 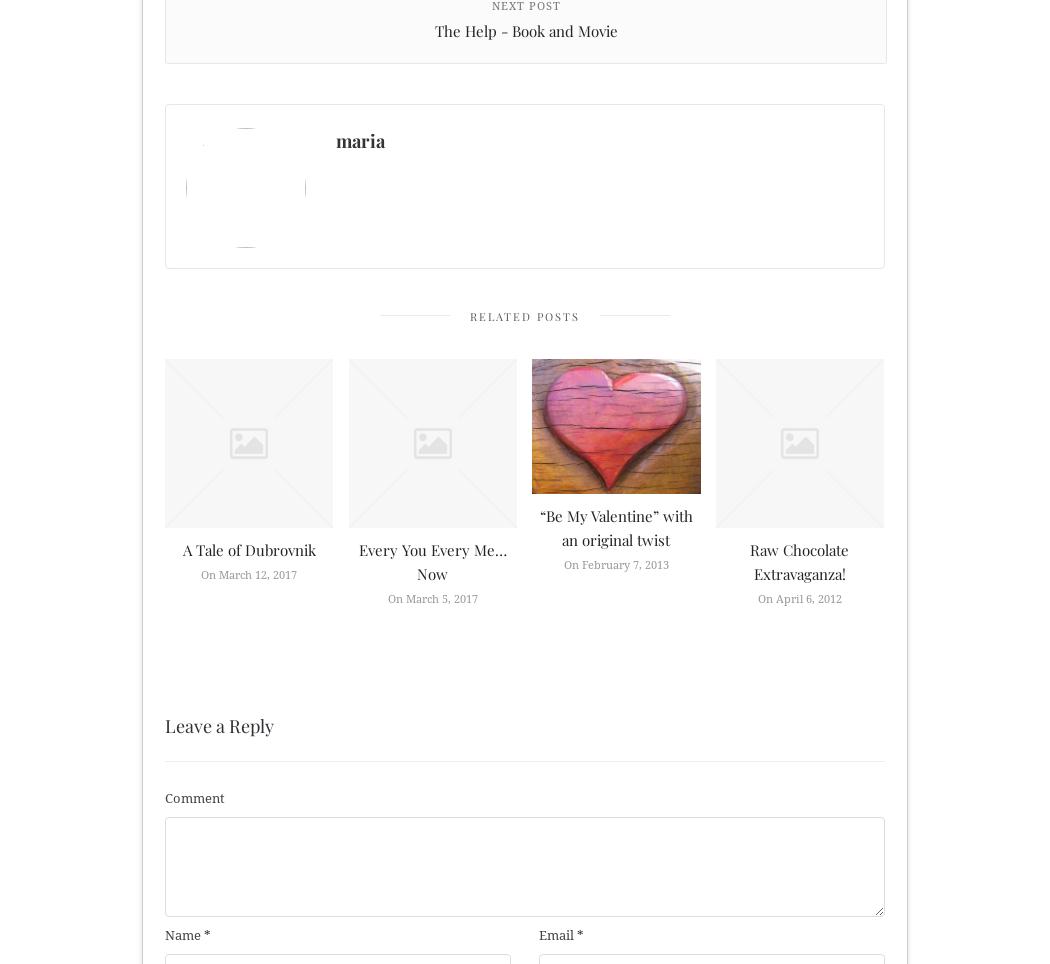 What do you see at coordinates (248, 573) in the screenshot?
I see `'On March 12, 2017'` at bounding box center [248, 573].